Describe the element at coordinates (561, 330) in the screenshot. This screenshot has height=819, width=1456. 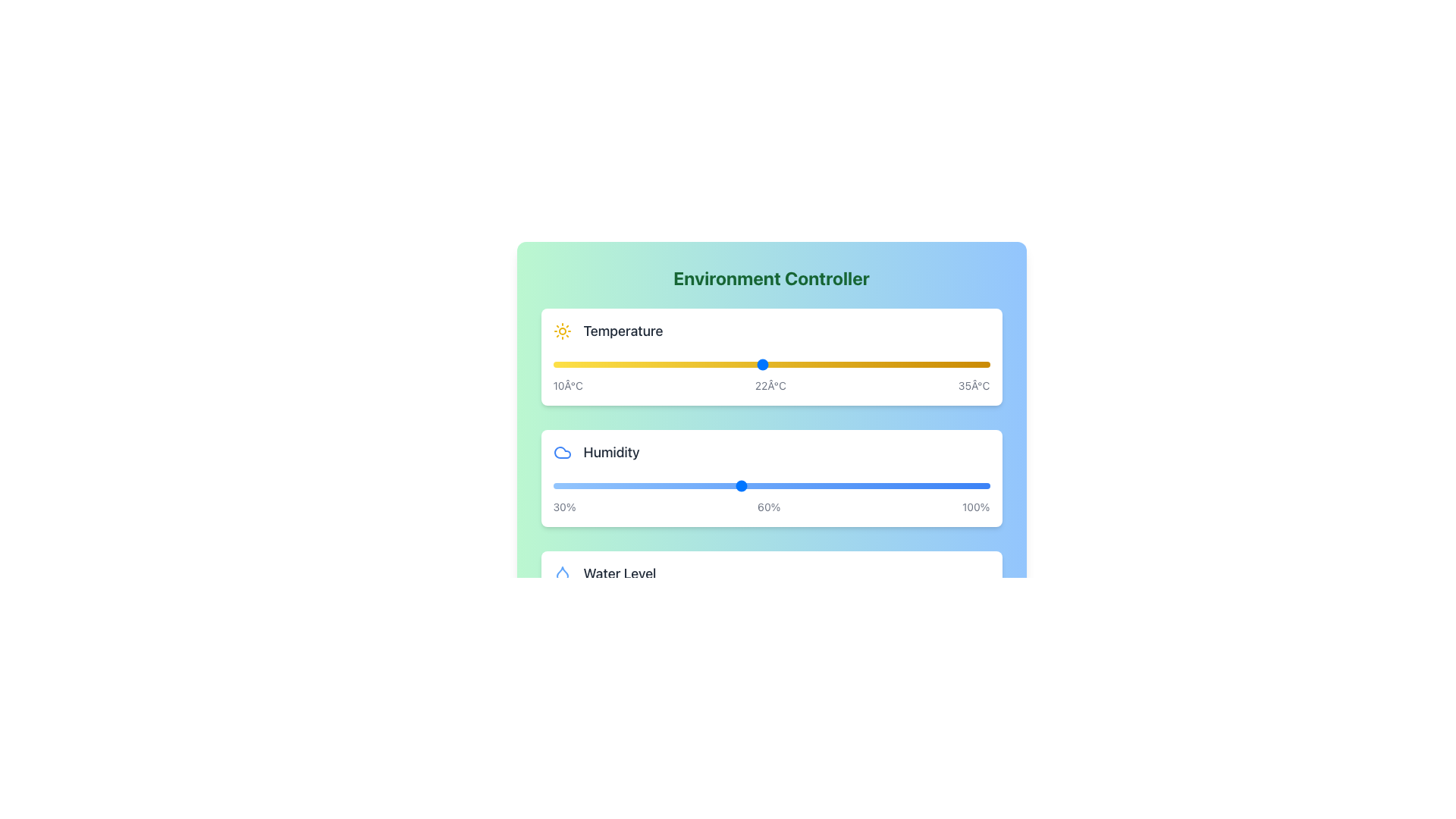
I see `the Temperature icon located on the left side of the header section labeled 'Temperature', which is the first element in the Temperature control group` at that location.